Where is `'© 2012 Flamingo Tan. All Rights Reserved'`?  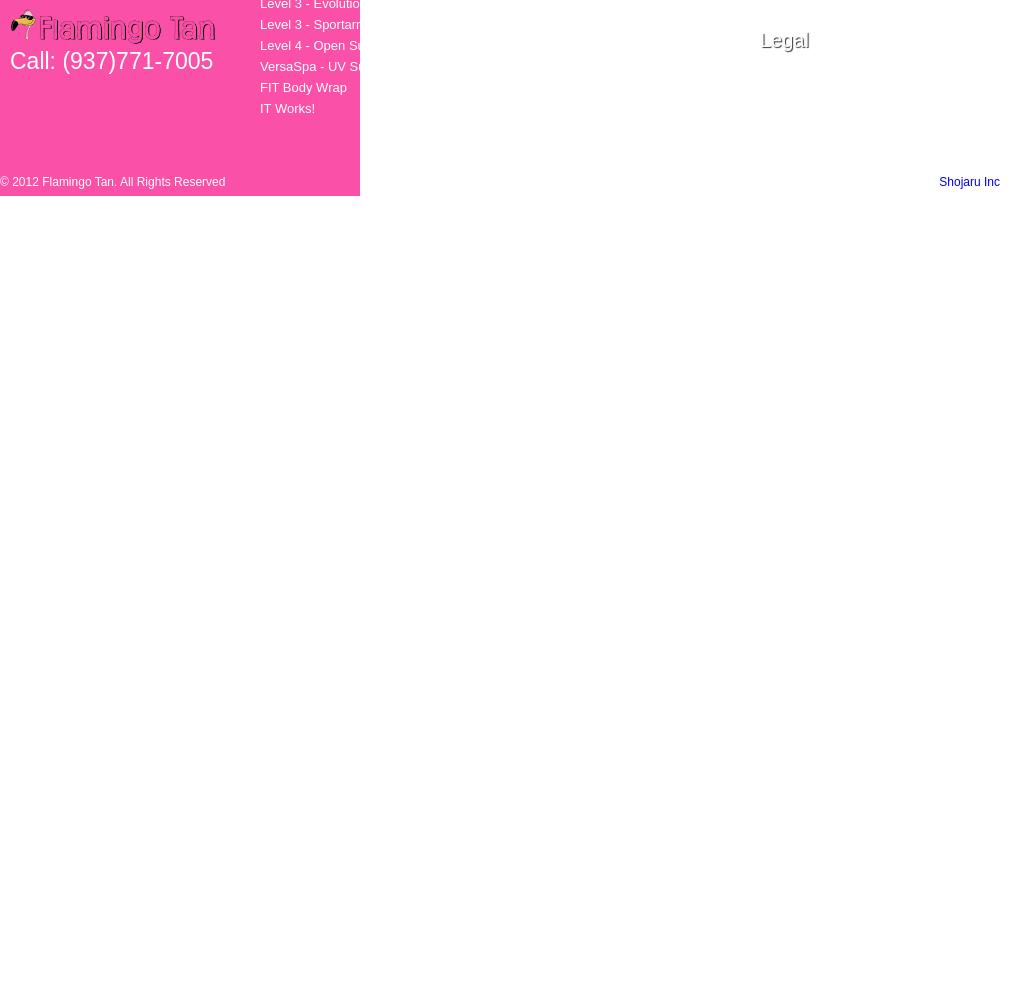
'© 2012 Flamingo Tan. All Rights Reserved' is located at coordinates (0, 182).